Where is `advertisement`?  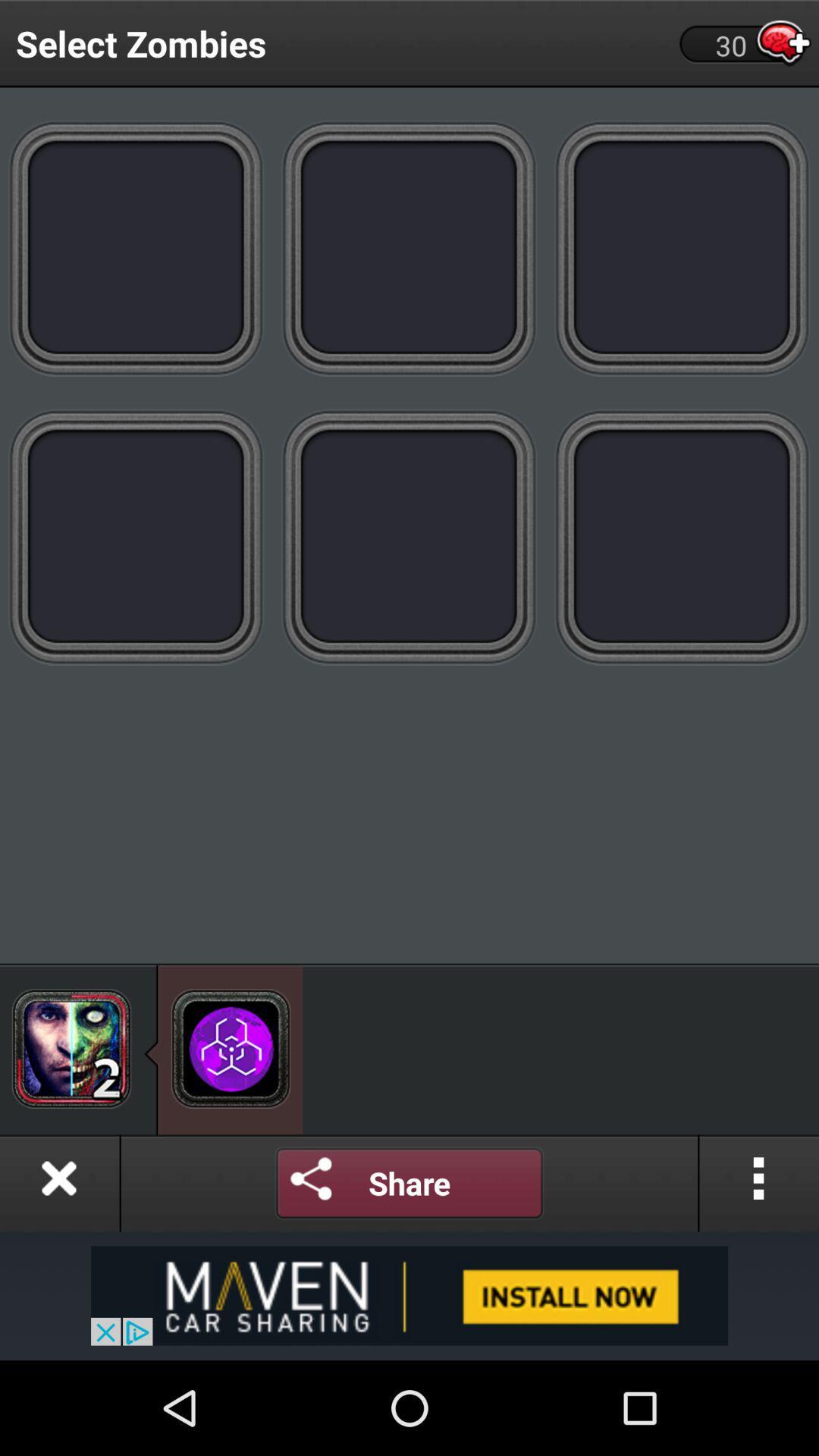
advertisement is located at coordinates (409, 1294).